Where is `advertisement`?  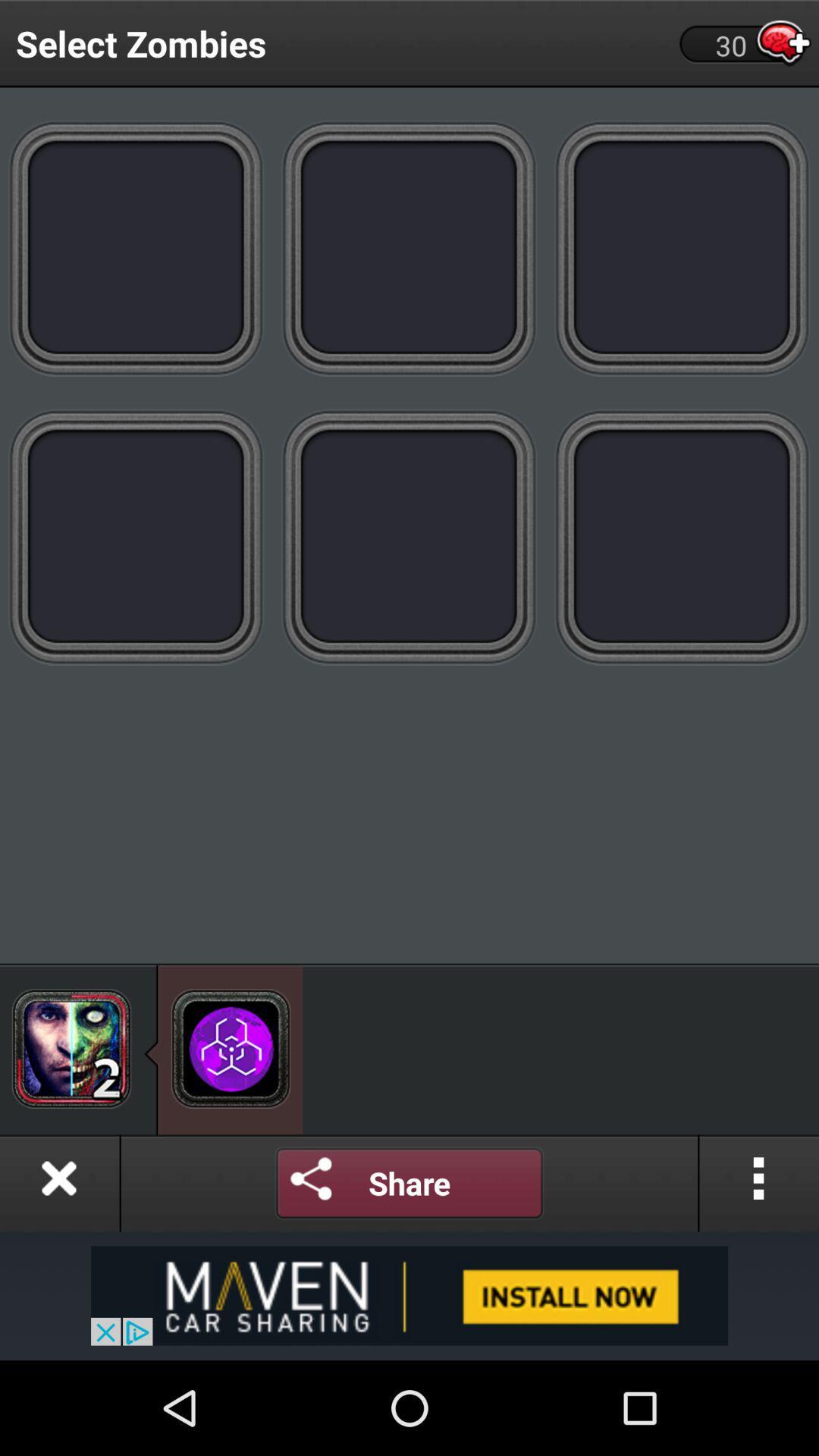
advertisement is located at coordinates (409, 1294).